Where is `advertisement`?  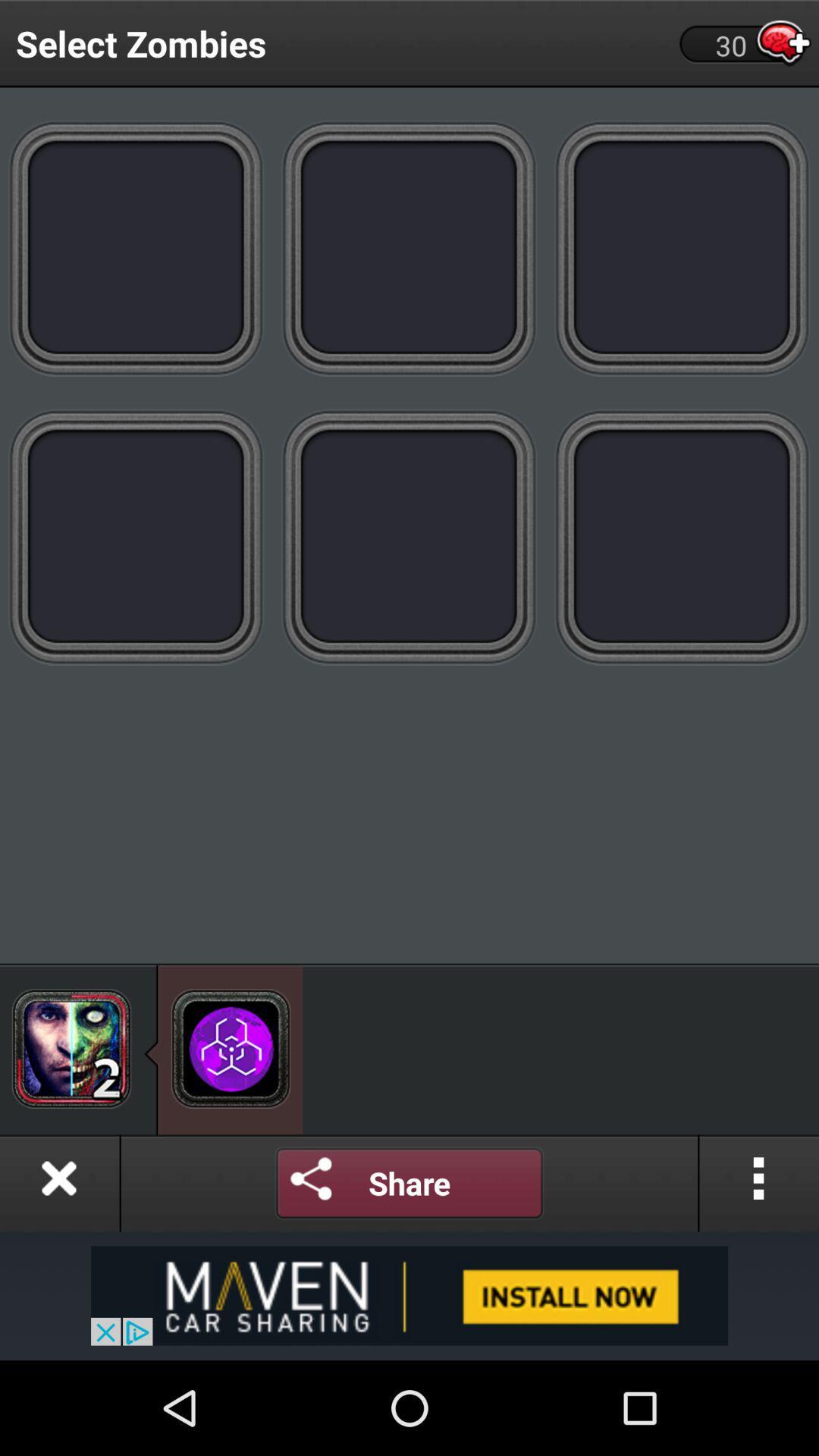
advertisement is located at coordinates (409, 1294).